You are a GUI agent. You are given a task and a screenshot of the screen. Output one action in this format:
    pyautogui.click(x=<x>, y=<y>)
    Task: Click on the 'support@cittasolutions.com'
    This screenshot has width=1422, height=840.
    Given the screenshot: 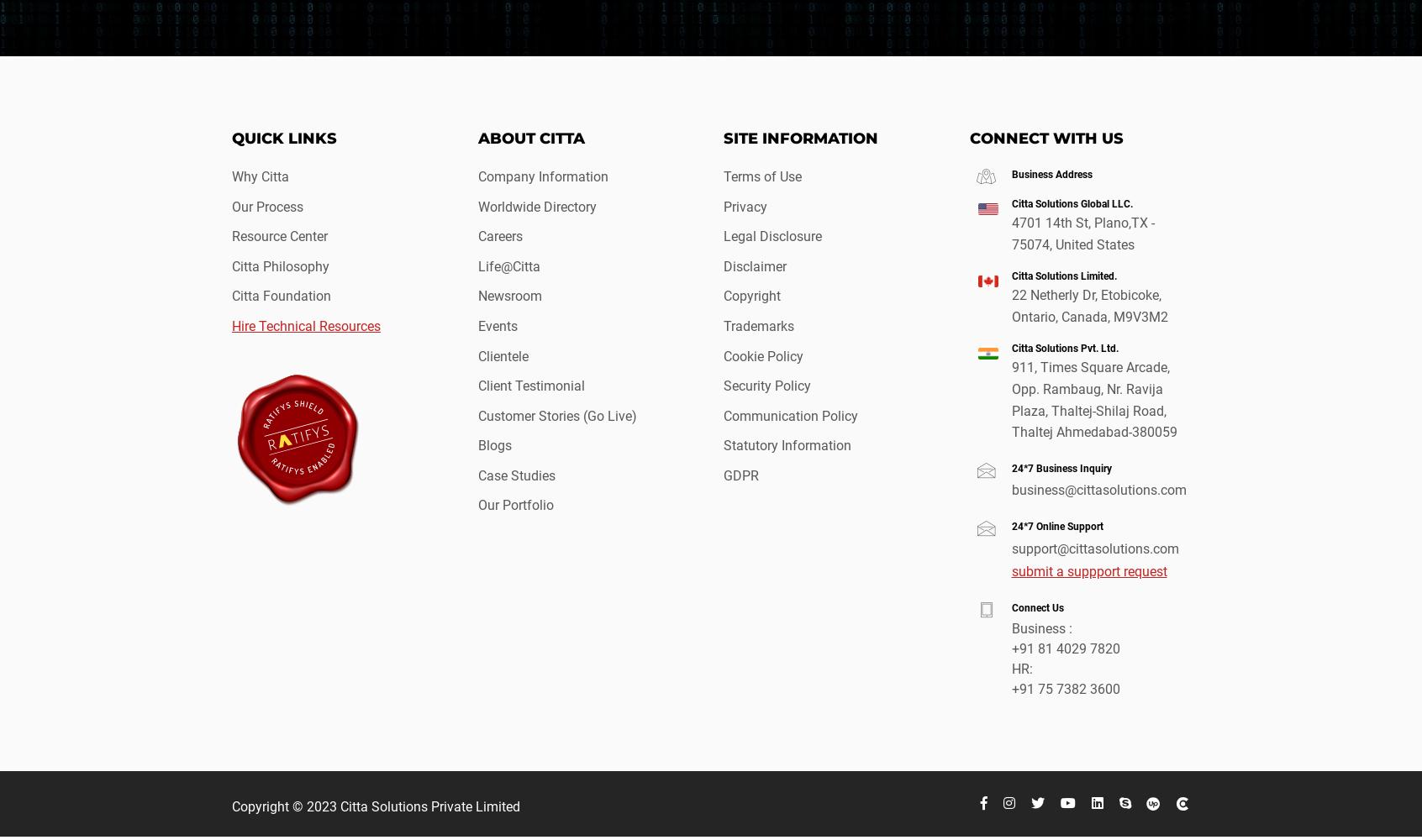 What is the action you would take?
    pyautogui.click(x=1011, y=548)
    